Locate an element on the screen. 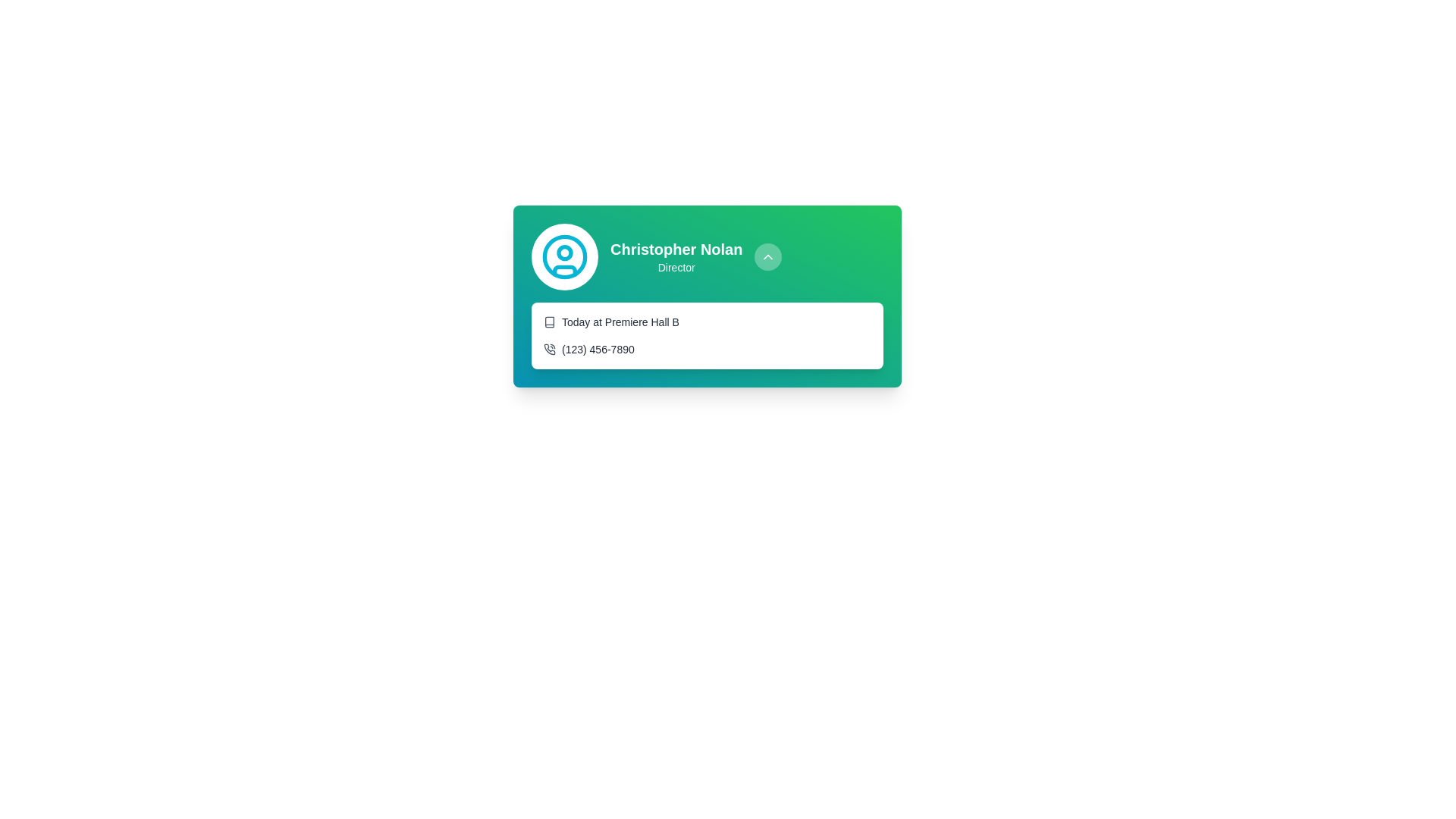 The width and height of the screenshot is (1456, 819). the phone icon located to the left of the phone number '(123) 456-7890' for any interactive functionality if available is located at coordinates (548, 350).